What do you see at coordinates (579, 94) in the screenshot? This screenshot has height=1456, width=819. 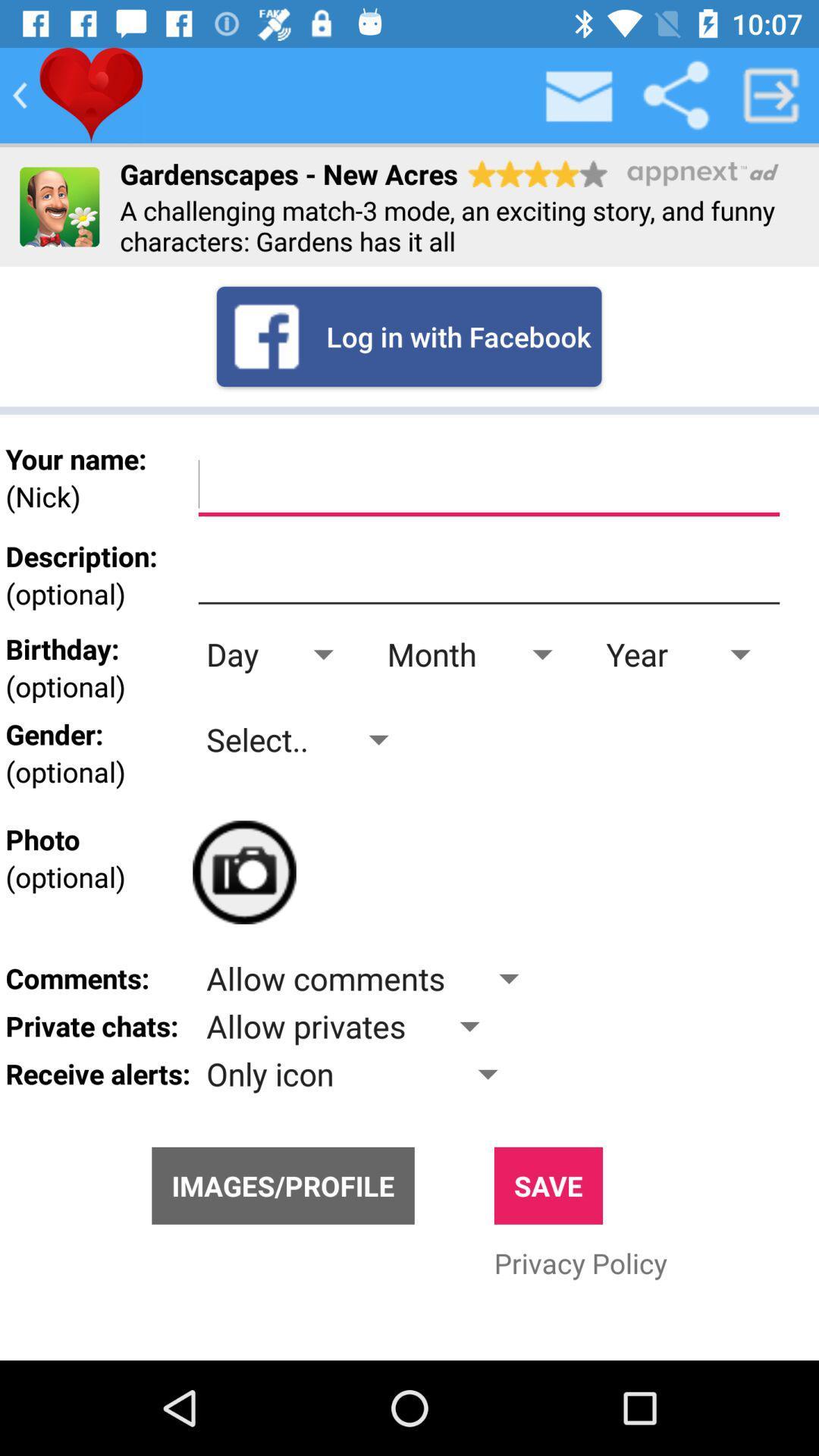 I see `inbox button` at bounding box center [579, 94].